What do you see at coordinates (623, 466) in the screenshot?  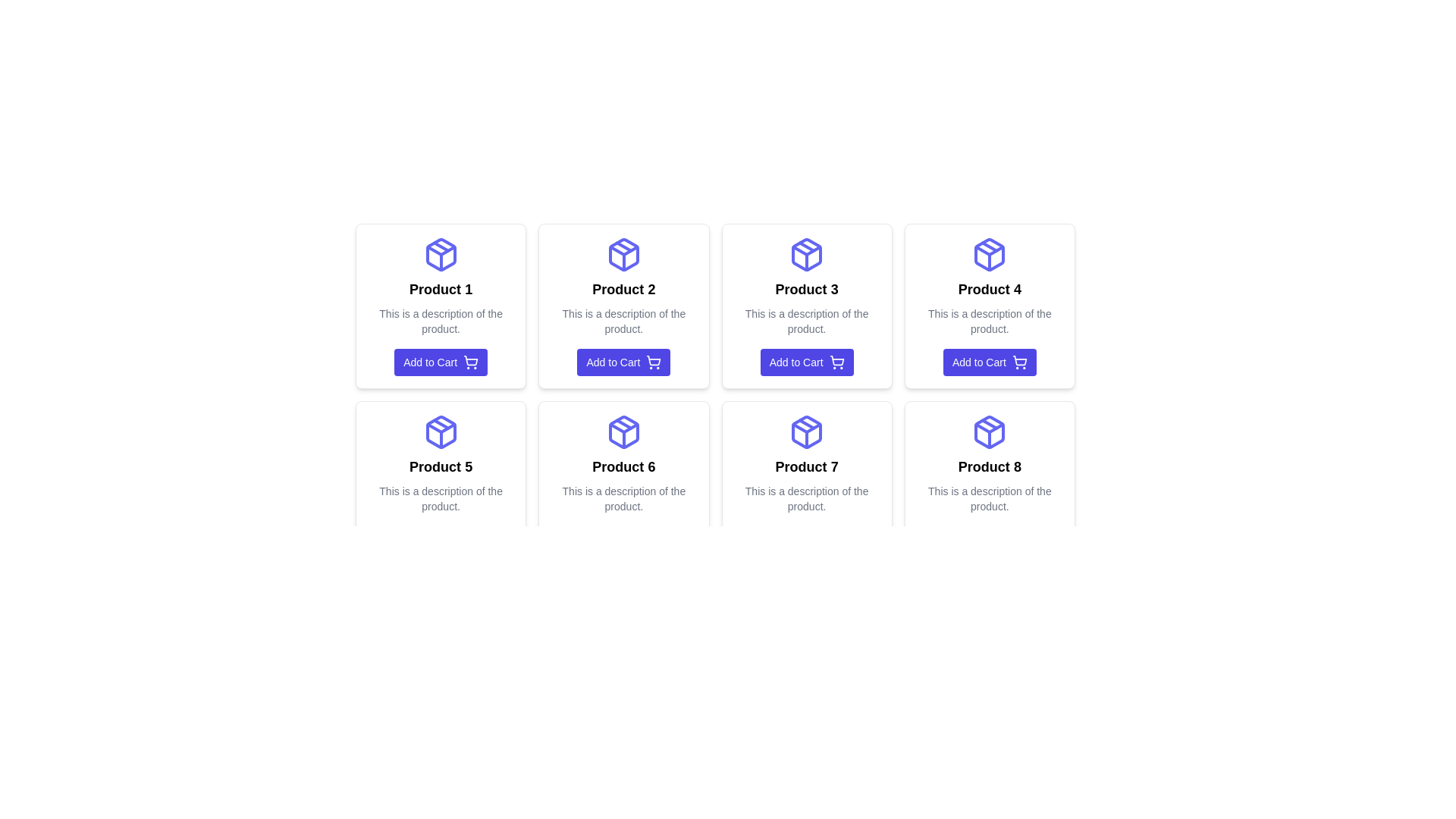 I see `text label identifying the product as 'Product 6', which is located in the second row and second column of the grid layout, beneath the product icon` at bounding box center [623, 466].